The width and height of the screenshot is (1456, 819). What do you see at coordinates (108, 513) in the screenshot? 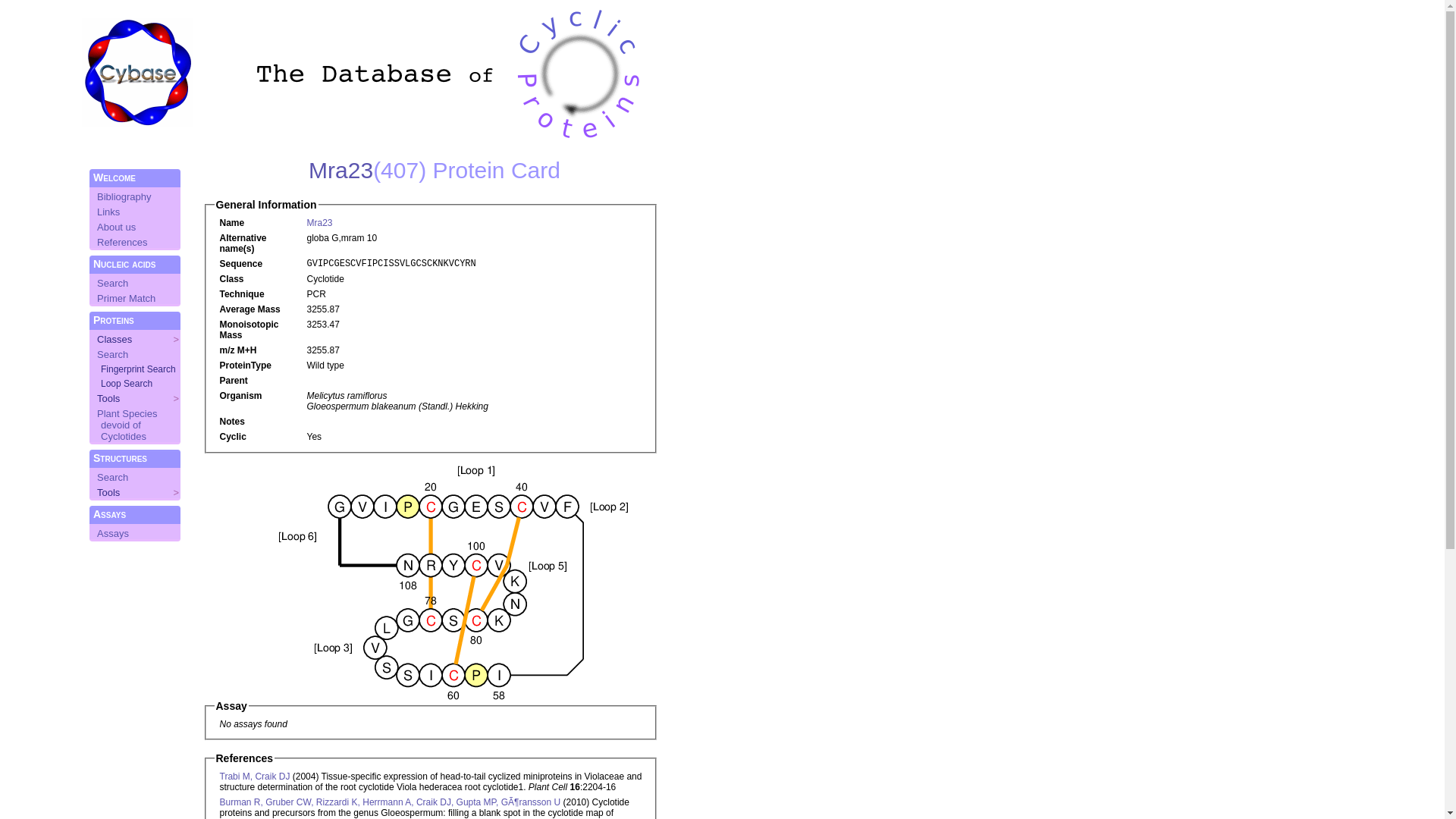
I see `'Assays'` at bounding box center [108, 513].